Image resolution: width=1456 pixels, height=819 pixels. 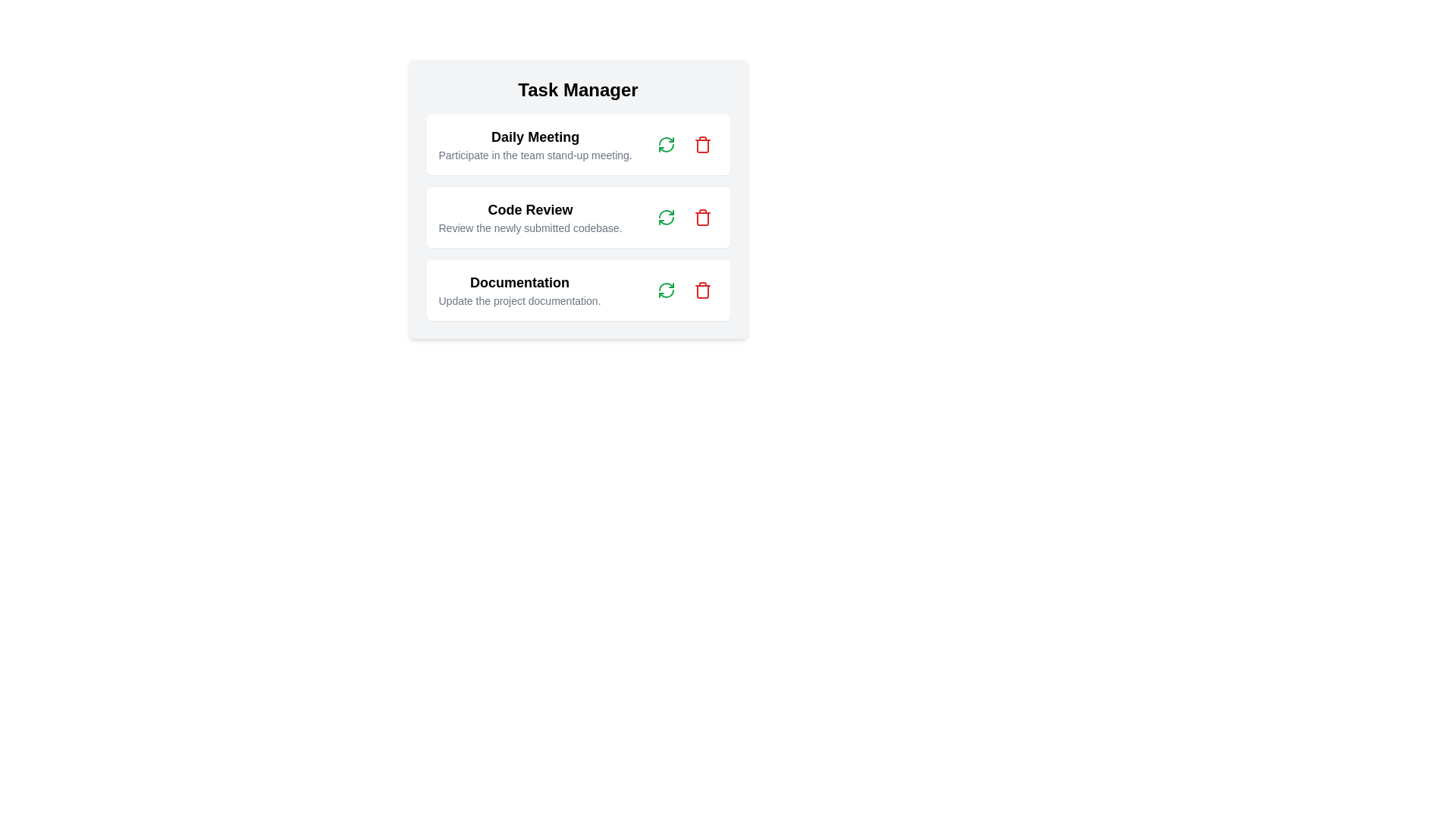 What do you see at coordinates (666, 145) in the screenshot?
I see `the refresh button located to the right of the 'Daily Meeting' task title` at bounding box center [666, 145].